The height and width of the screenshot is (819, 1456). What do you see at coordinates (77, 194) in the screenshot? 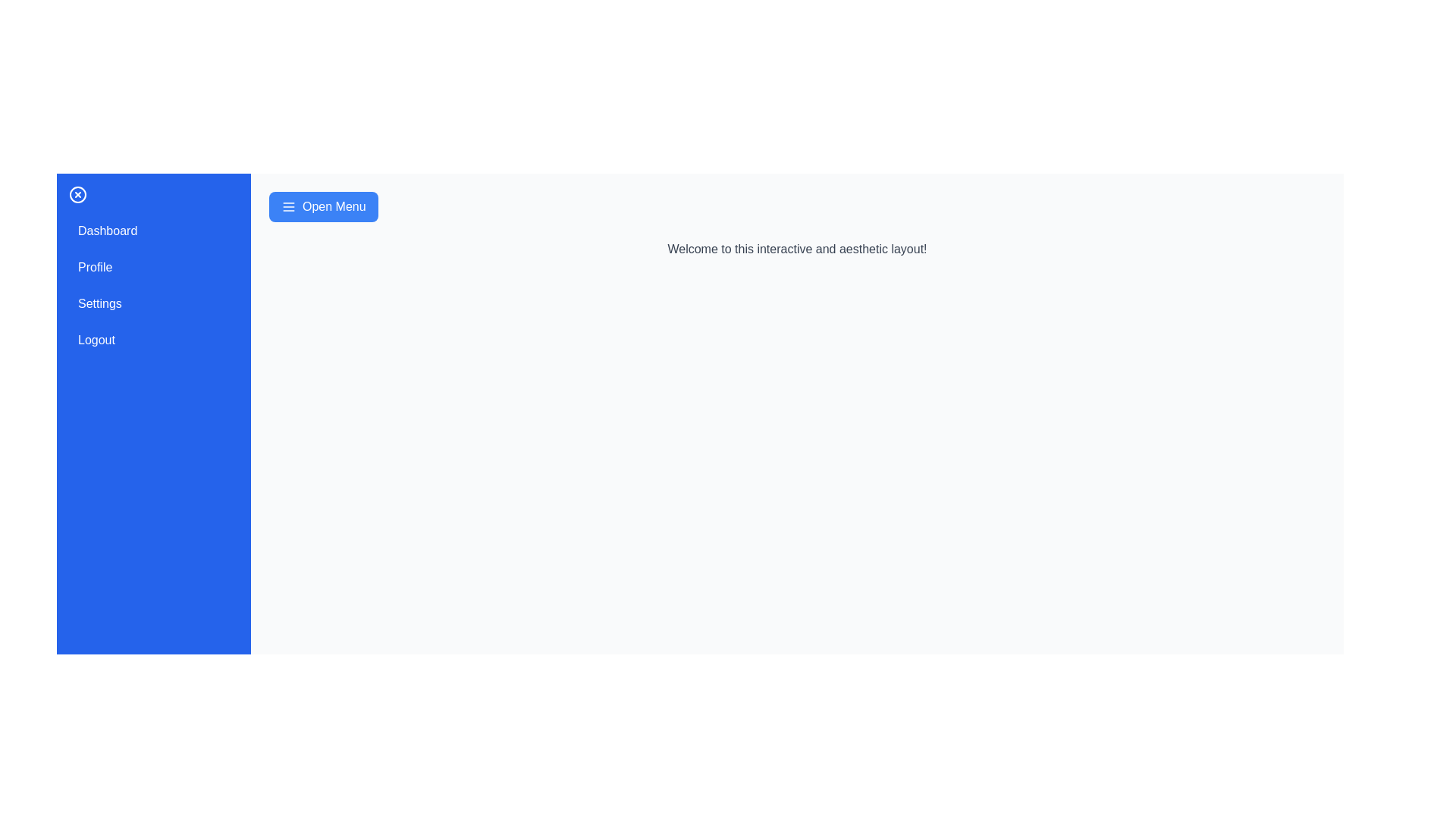
I see `the close button in the sidebar to toggle the drawer` at bounding box center [77, 194].